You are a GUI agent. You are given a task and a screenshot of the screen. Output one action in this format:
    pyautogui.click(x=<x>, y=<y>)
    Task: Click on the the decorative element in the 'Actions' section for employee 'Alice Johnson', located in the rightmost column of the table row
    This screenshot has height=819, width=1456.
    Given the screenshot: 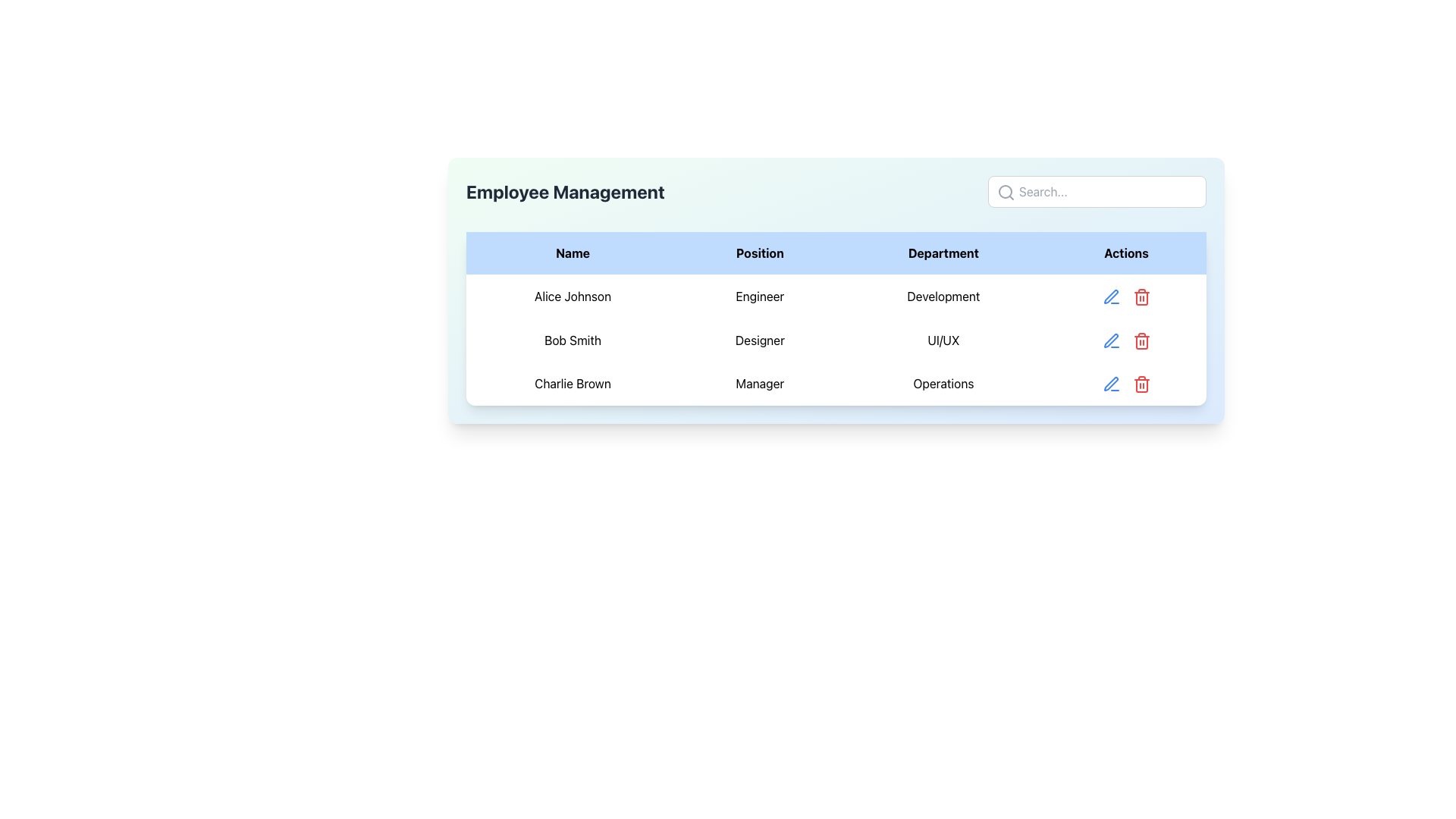 What is the action you would take?
    pyautogui.click(x=1126, y=296)
    